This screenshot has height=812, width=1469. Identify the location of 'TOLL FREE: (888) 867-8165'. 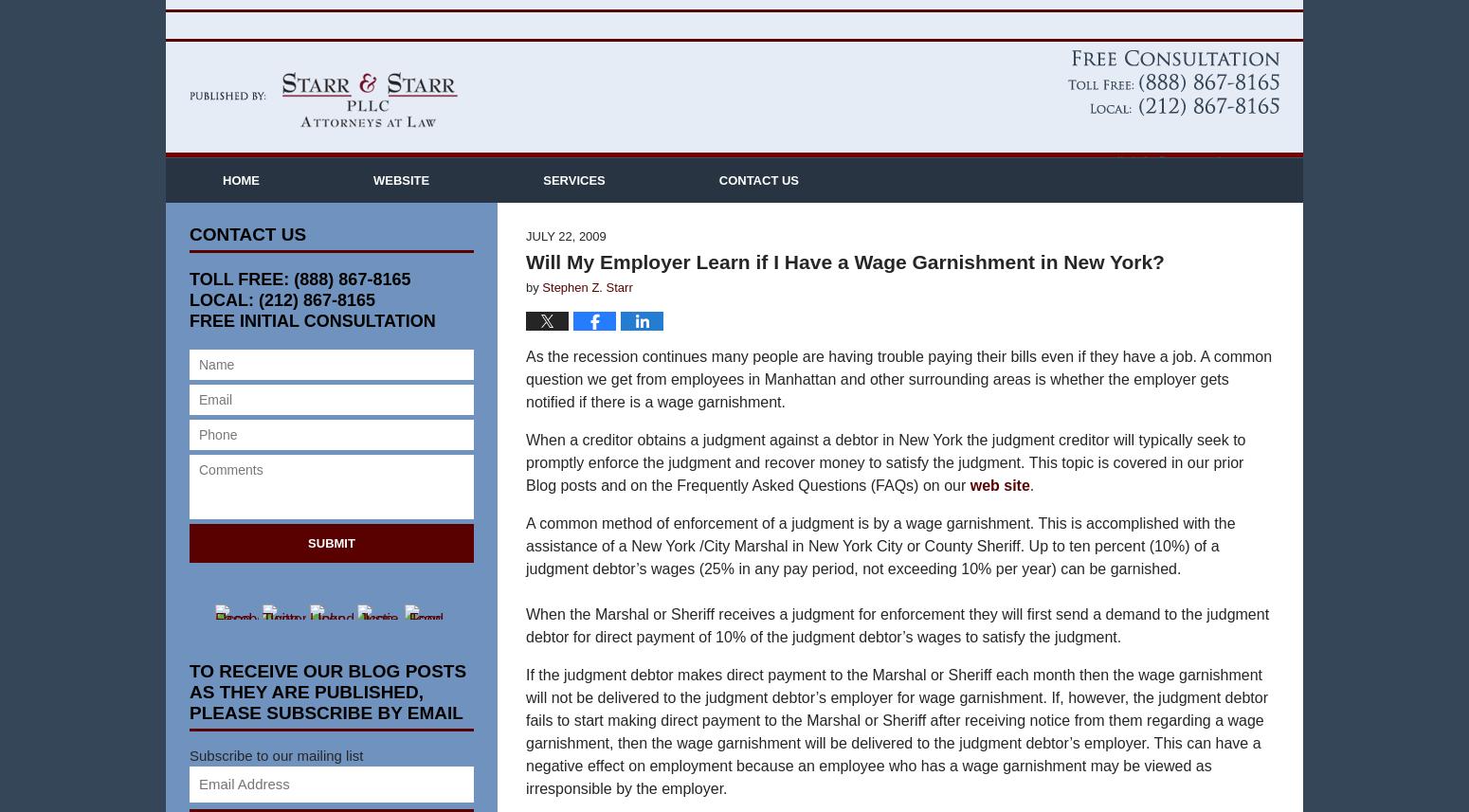
(188, 309).